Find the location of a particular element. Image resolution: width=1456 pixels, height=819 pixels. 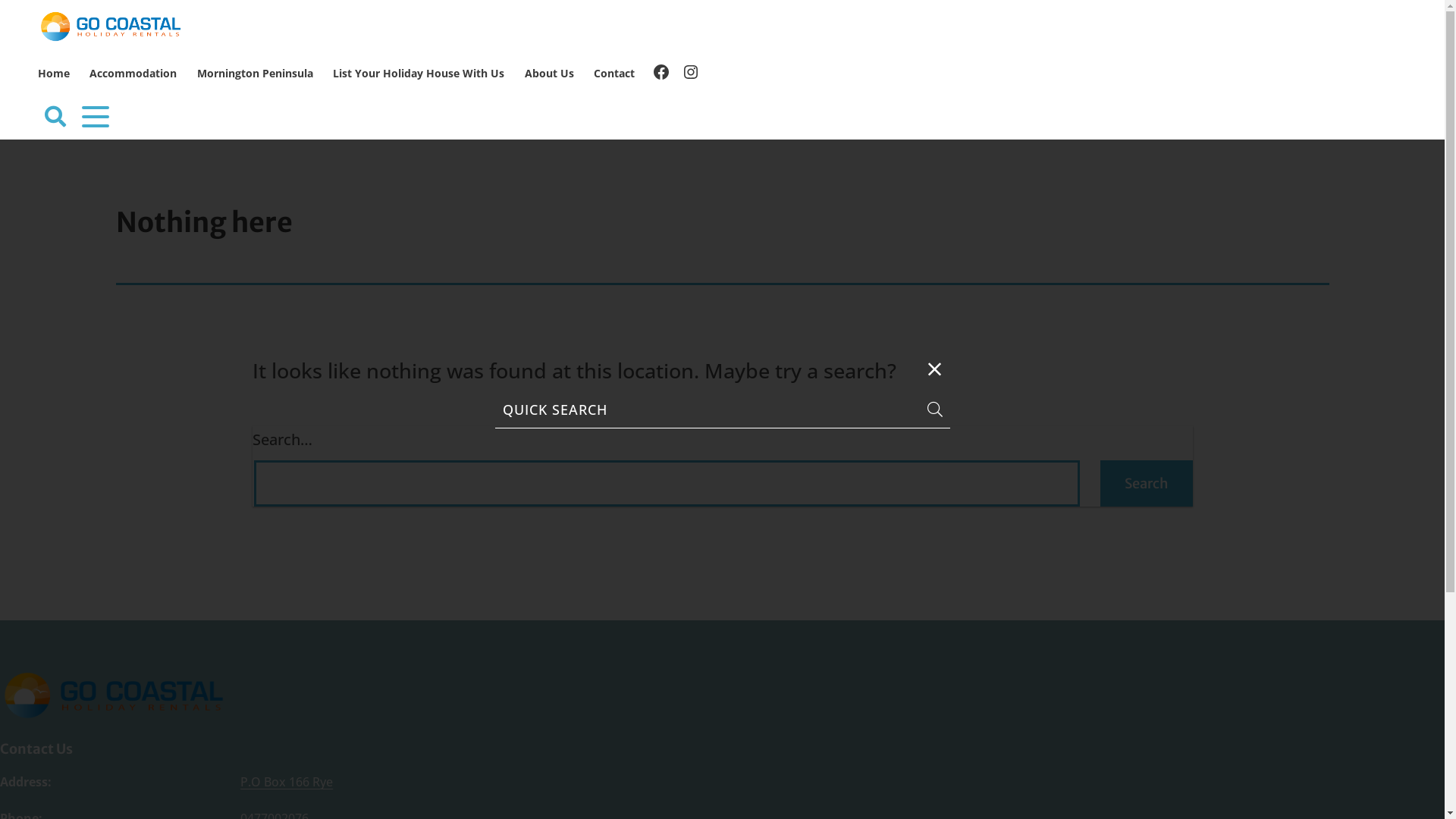

'Facebook' is located at coordinates (661, 73).